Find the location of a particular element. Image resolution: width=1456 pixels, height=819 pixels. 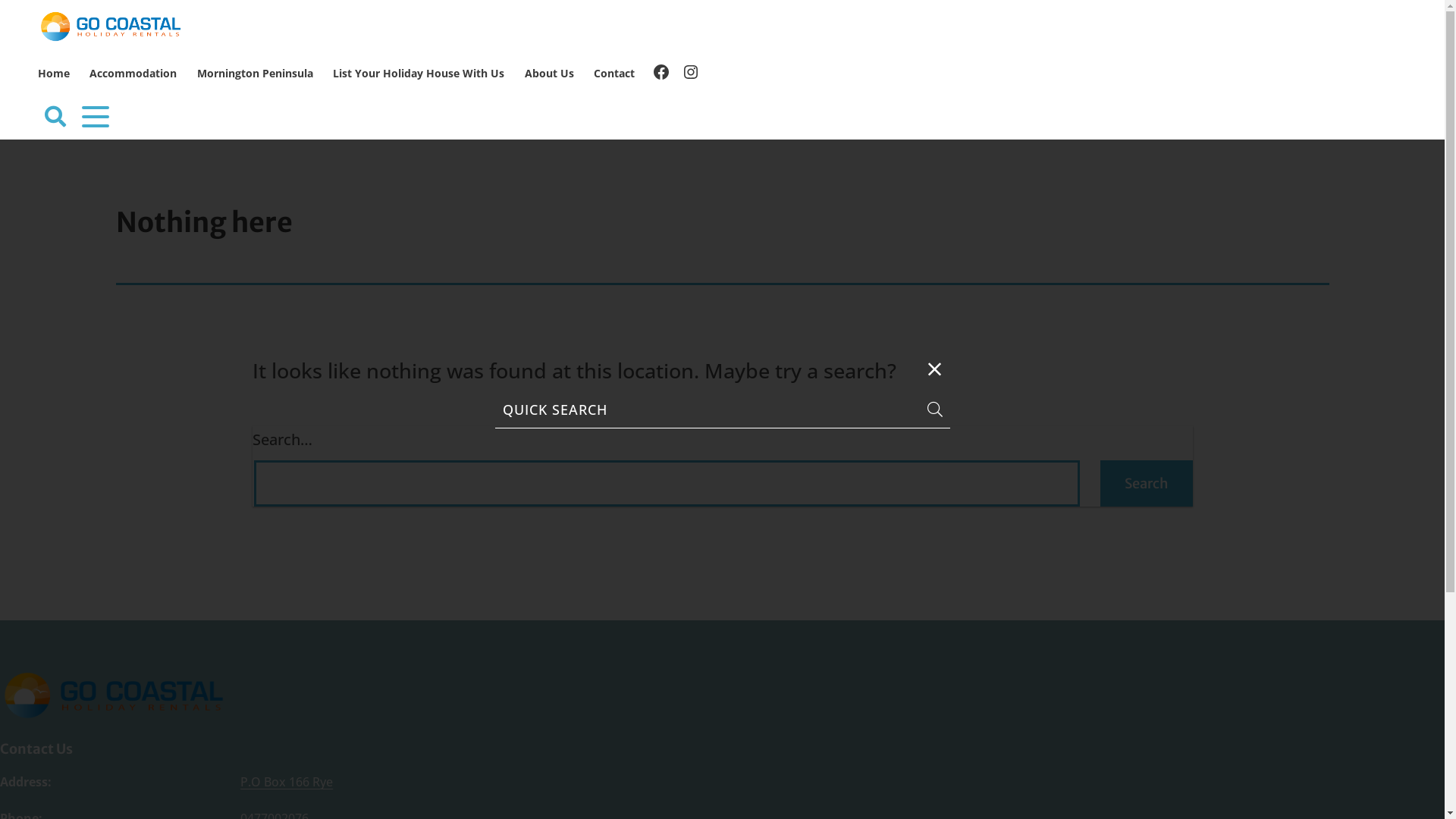

'Facebook' is located at coordinates (661, 73).